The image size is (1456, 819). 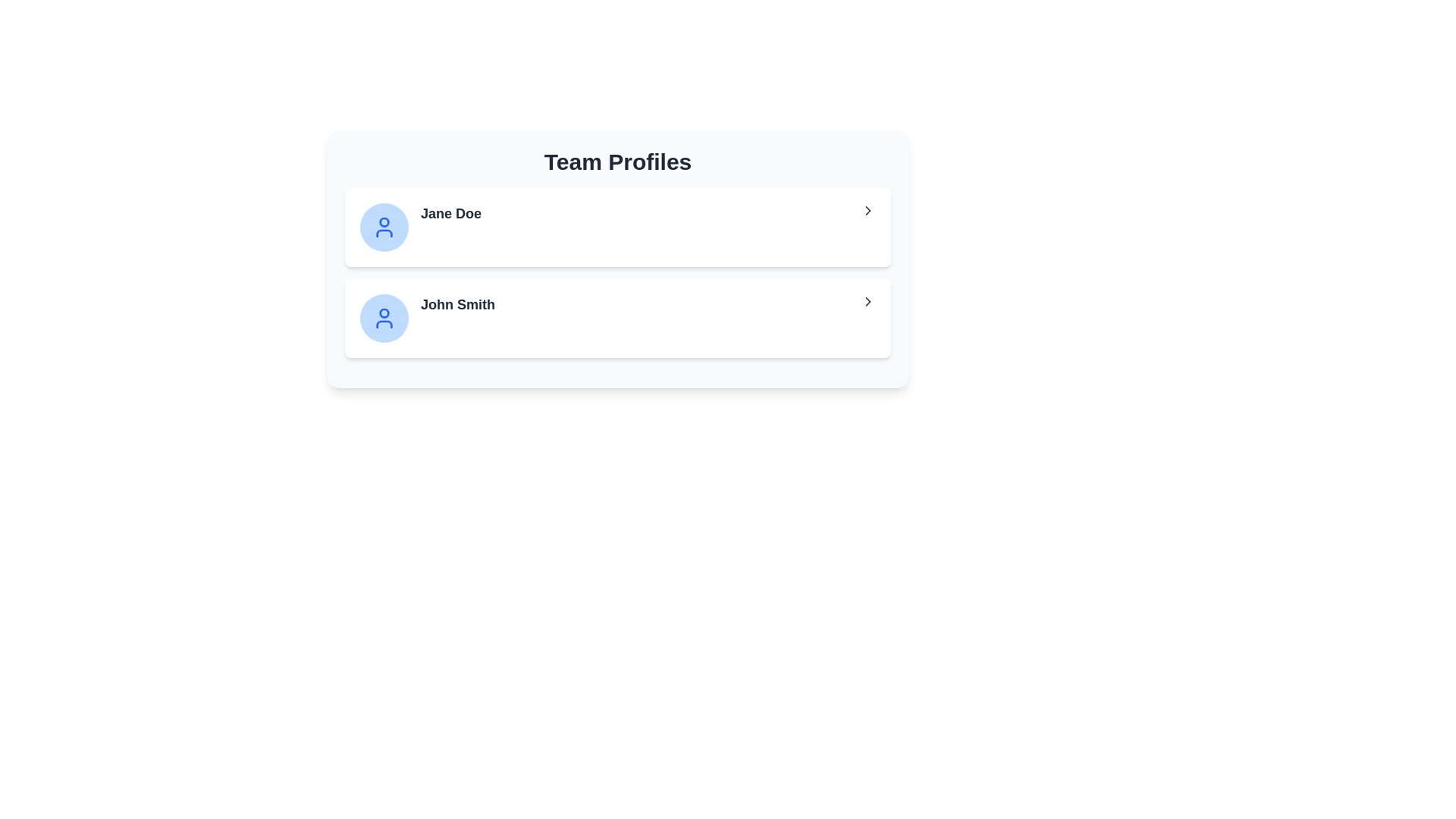 I want to click on the text label indicating the name 'John Smith' in the second row of the 'Team Profiles' list, so click(x=457, y=304).